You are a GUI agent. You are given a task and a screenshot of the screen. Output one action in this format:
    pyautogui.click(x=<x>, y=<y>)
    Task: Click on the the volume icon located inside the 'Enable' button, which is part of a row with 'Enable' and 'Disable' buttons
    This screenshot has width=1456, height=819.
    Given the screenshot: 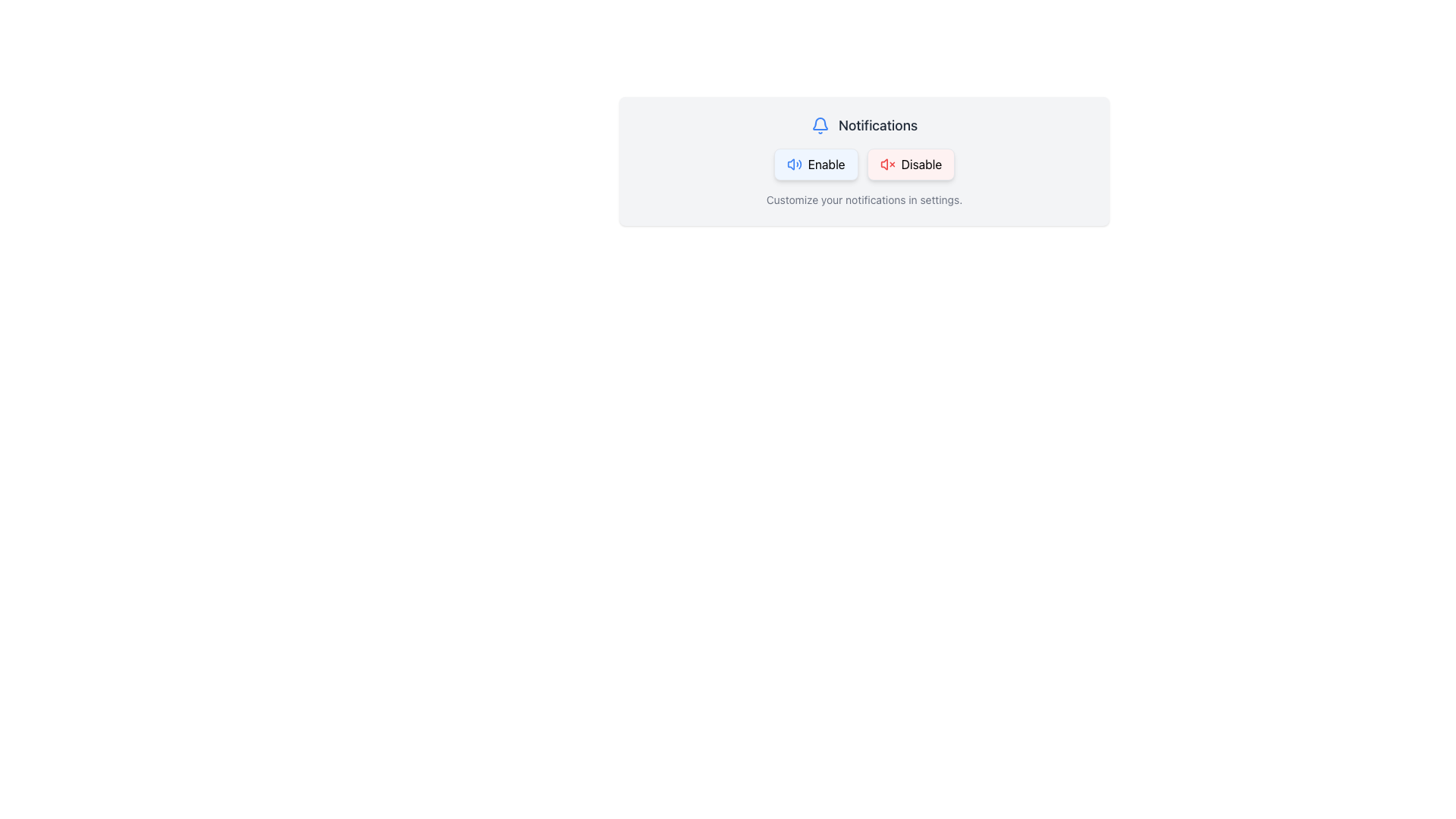 What is the action you would take?
    pyautogui.click(x=793, y=164)
    